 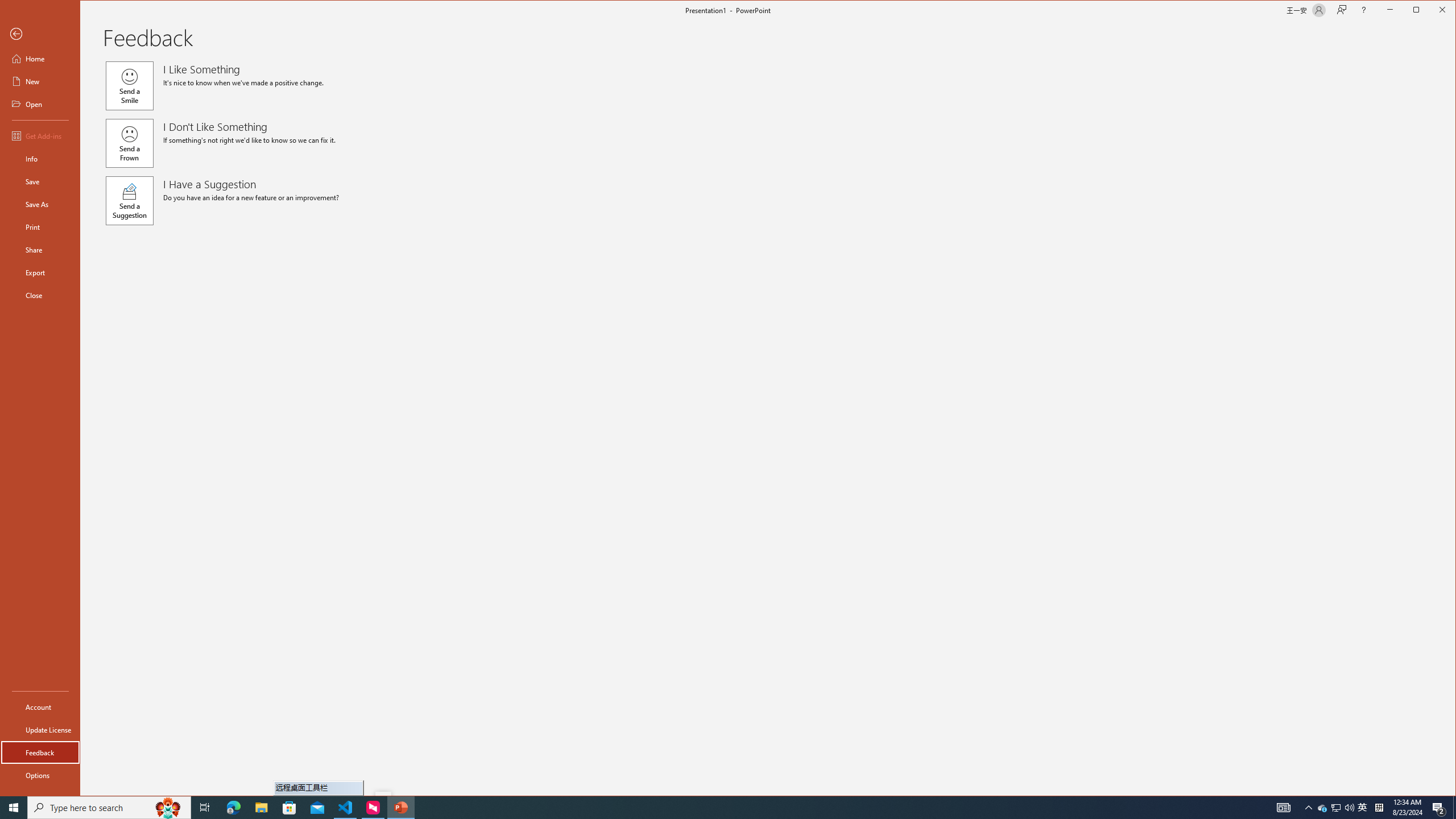 What do you see at coordinates (1336, 806) in the screenshot?
I see `'User Promoted Notification Area'` at bounding box center [1336, 806].